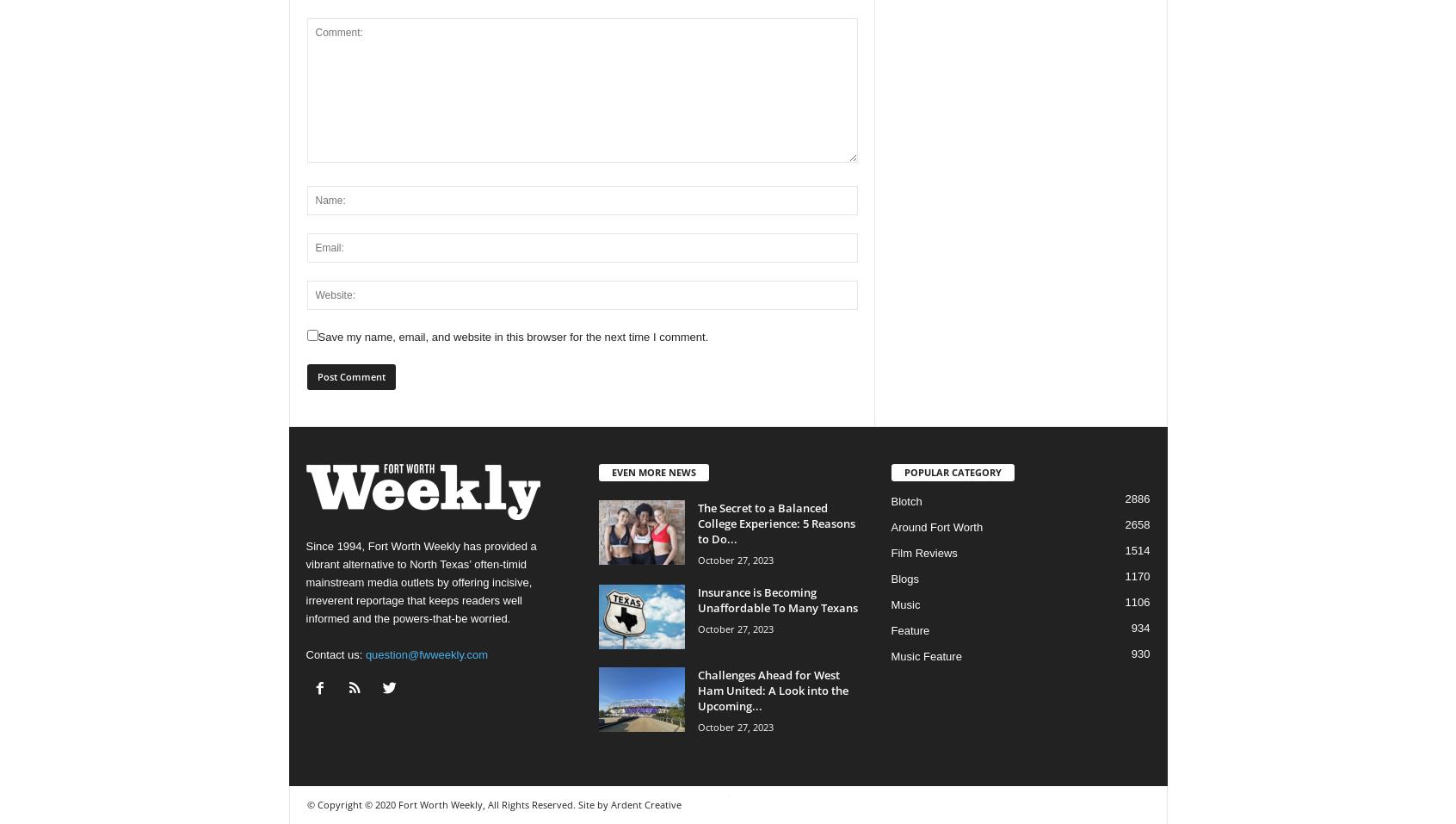 The width and height of the screenshot is (1456, 824). I want to click on 'Film Reviews', so click(923, 551).